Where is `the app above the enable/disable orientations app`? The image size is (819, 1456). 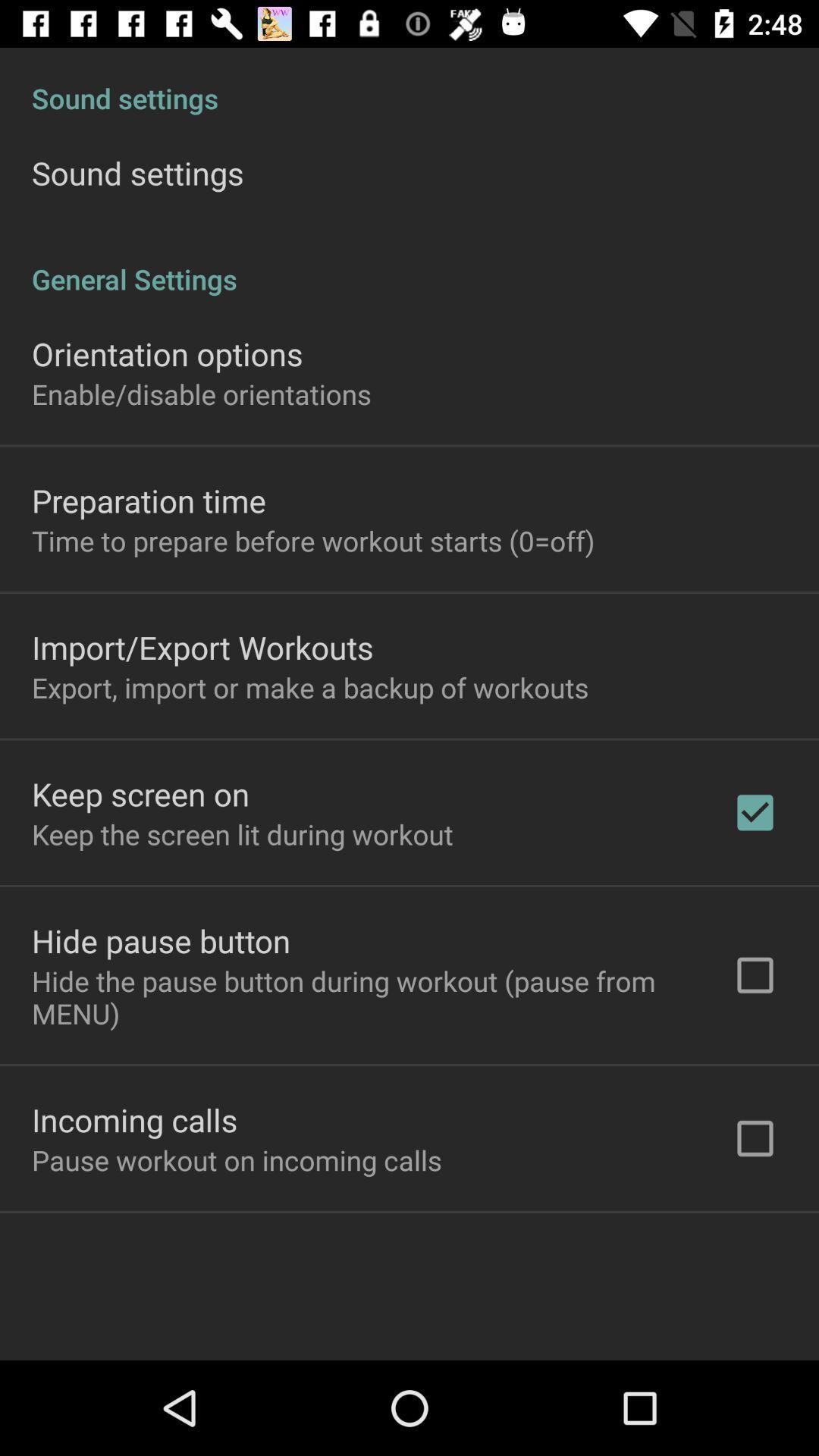
the app above the enable/disable orientations app is located at coordinates (167, 353).